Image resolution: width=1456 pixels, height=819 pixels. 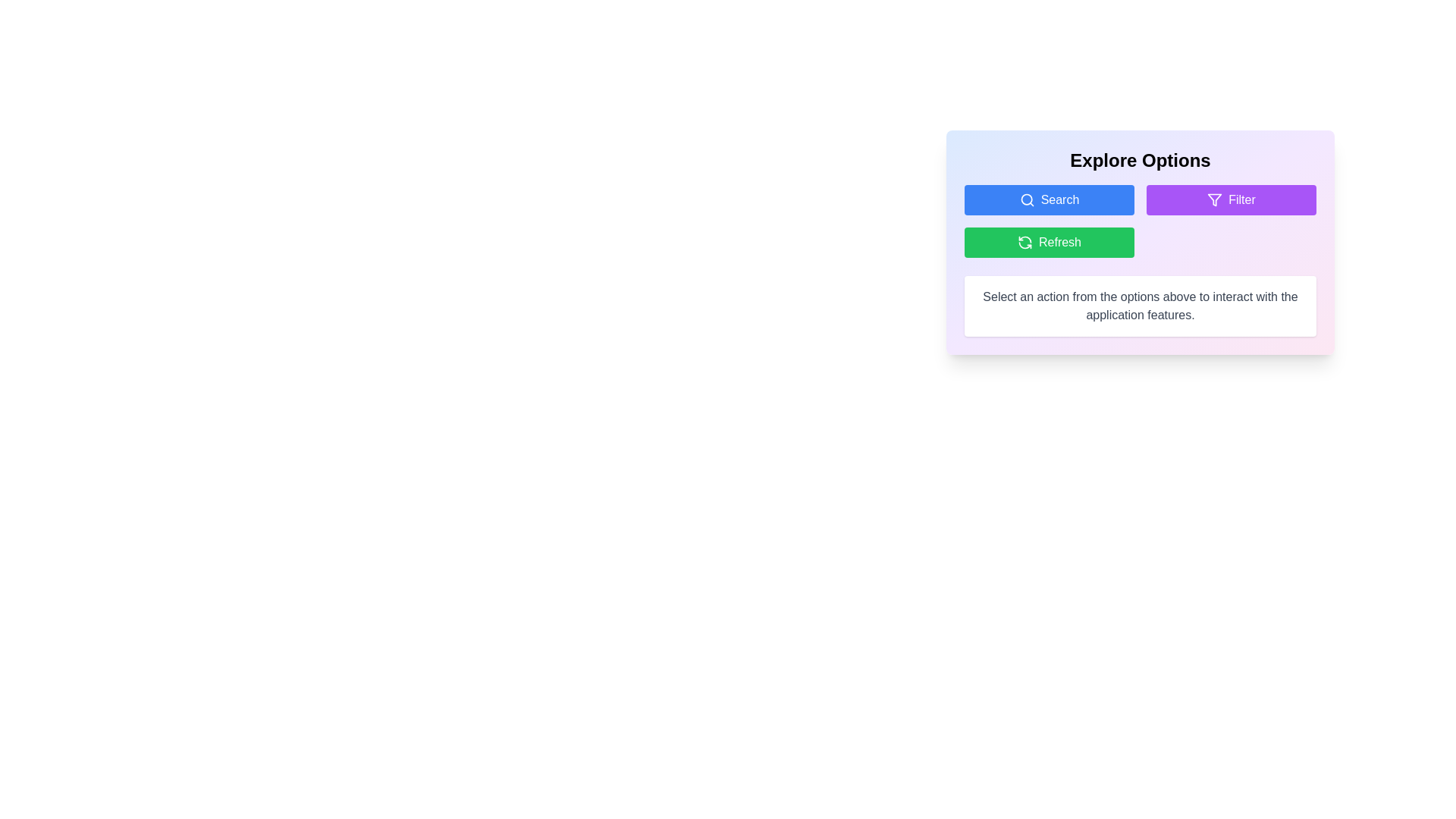 What do you see at coordinates (1025, 242) in the screenshot?
I see `the refresh icon, which is a circular arrow on a green background inside a green rectangular button labeled 'Refresh', located in the second row of options below the title 'Explore Options'` at bounding box center [1025, 242].